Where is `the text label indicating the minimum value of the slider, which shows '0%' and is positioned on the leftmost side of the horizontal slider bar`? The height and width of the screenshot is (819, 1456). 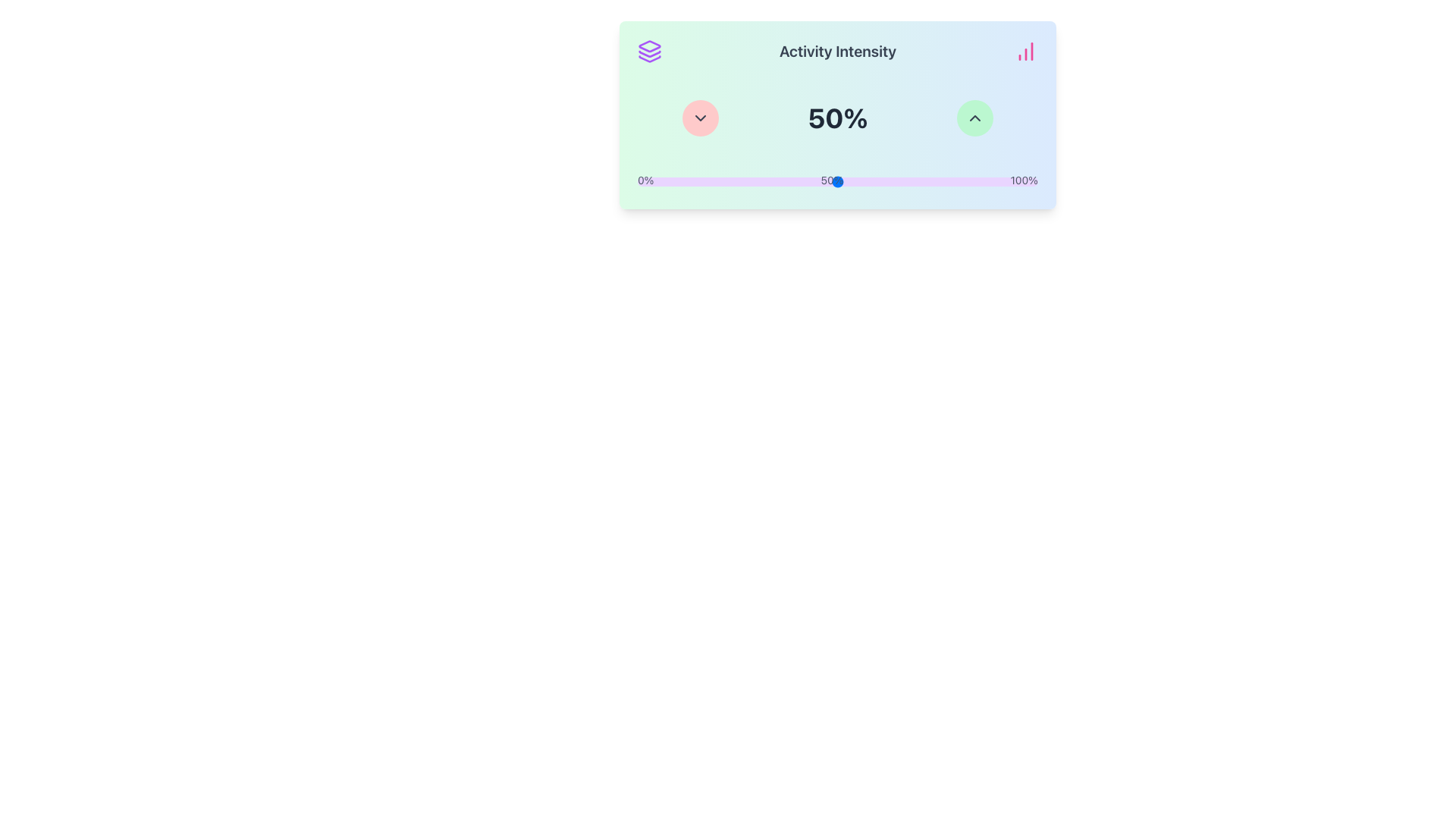
the text label indicating the minimum value of the slider, which shows '0%' and is positioned on the leftmost side of the horizontal slider bar is located at coordinates (645, 180).